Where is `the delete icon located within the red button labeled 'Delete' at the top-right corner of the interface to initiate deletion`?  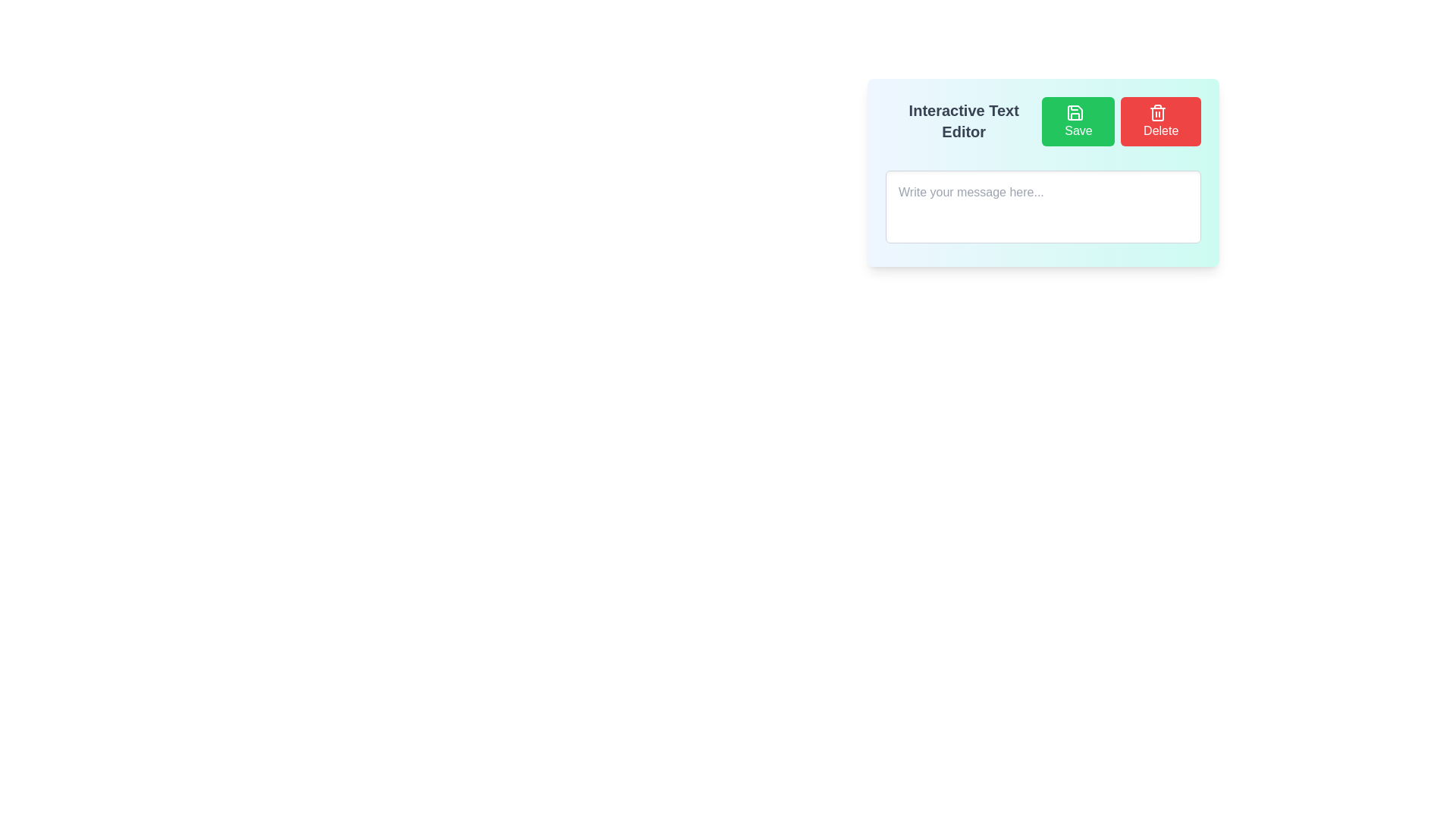
the delete icon located within the red button labeled 'Delete' at the top-right corner of the interface to initiate deletion is located at coordinates (1157, 111).